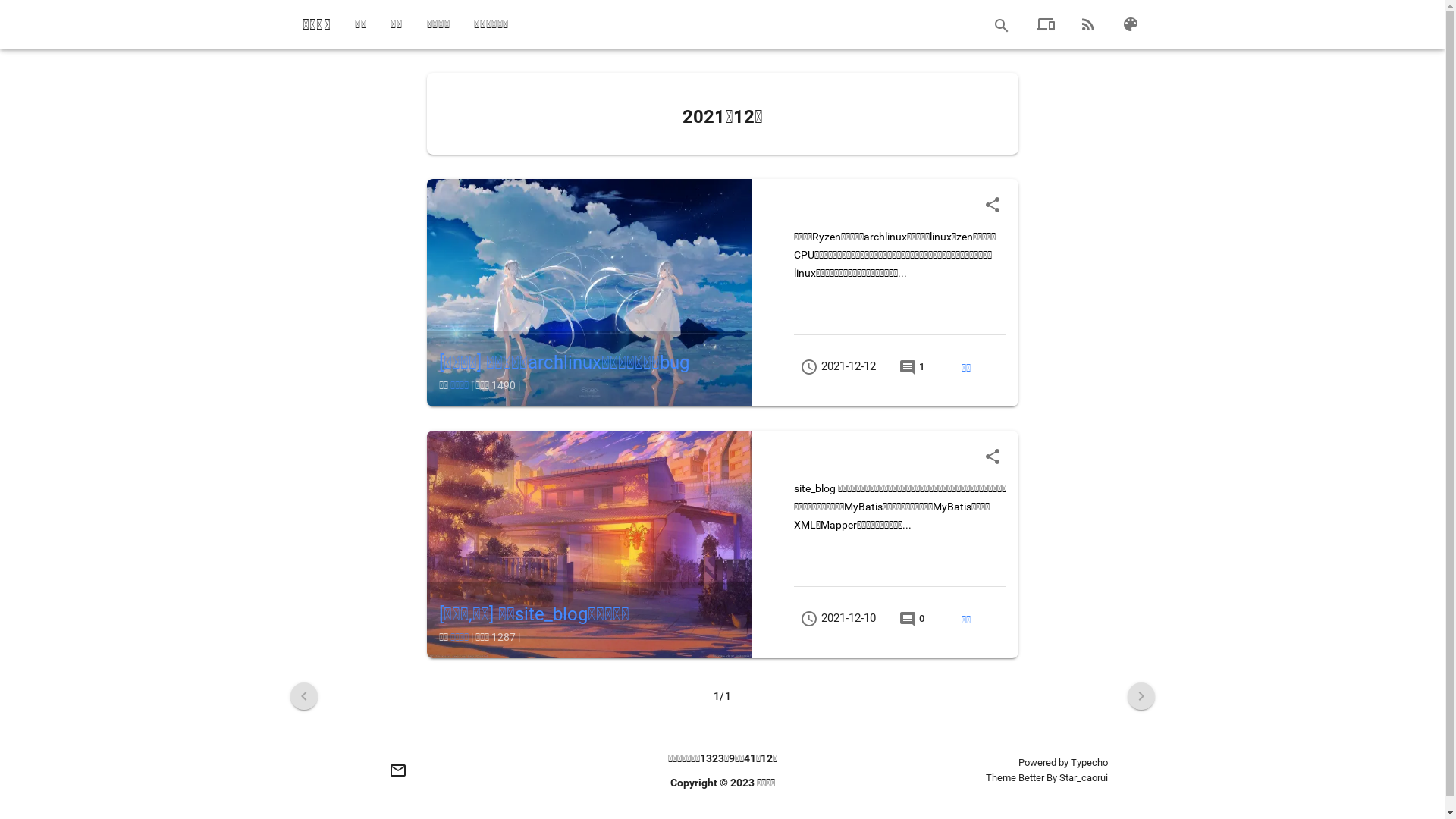  Describe the element at coordinates (303, 696) in the screenshot. I see `'navigate_before'` at that location.